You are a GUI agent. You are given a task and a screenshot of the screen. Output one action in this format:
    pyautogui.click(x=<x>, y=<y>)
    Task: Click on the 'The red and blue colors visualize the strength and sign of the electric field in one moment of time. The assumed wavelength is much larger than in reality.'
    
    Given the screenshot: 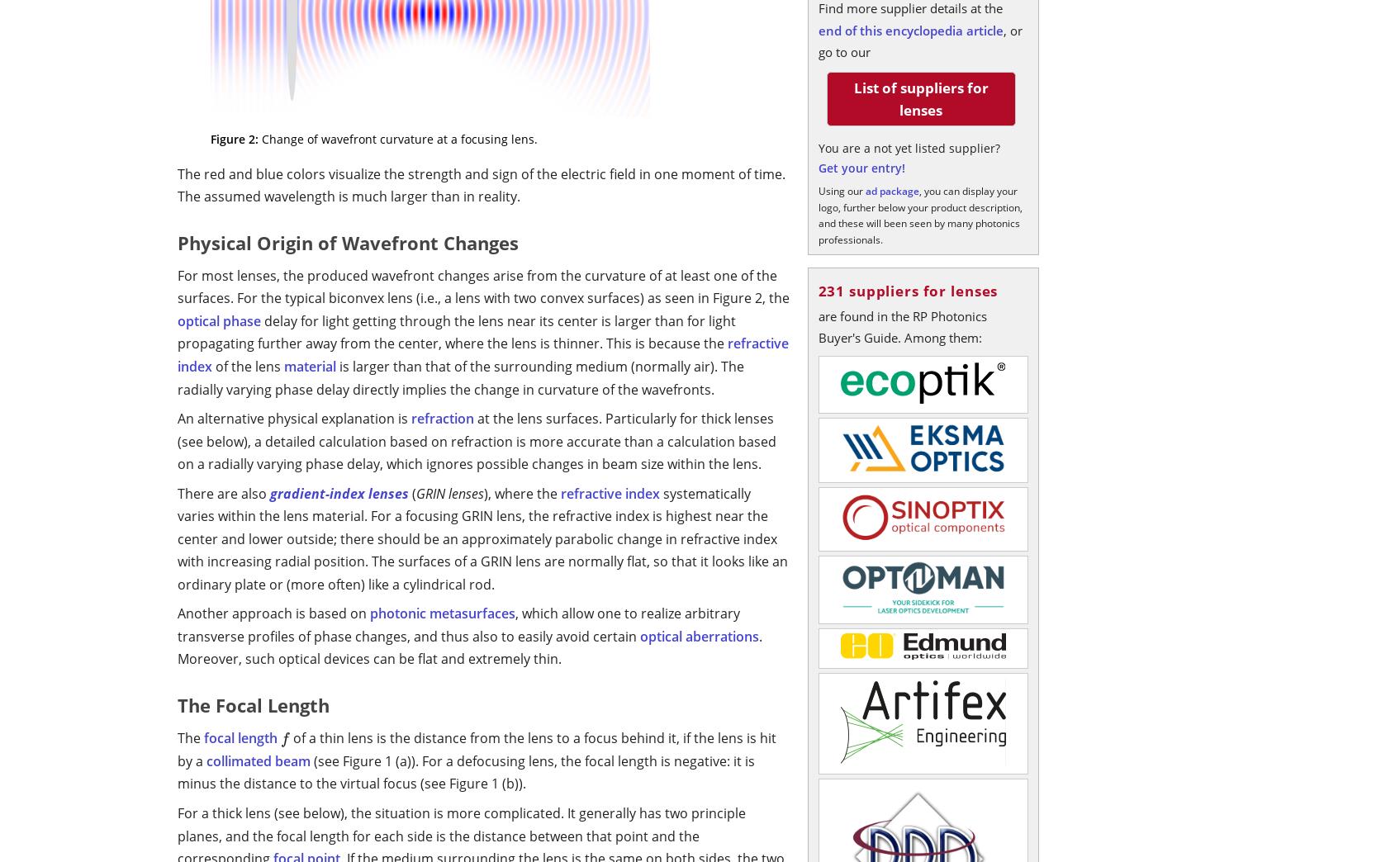 What is the action you would take?
    pyautogui.click(x=482, y=185)
    